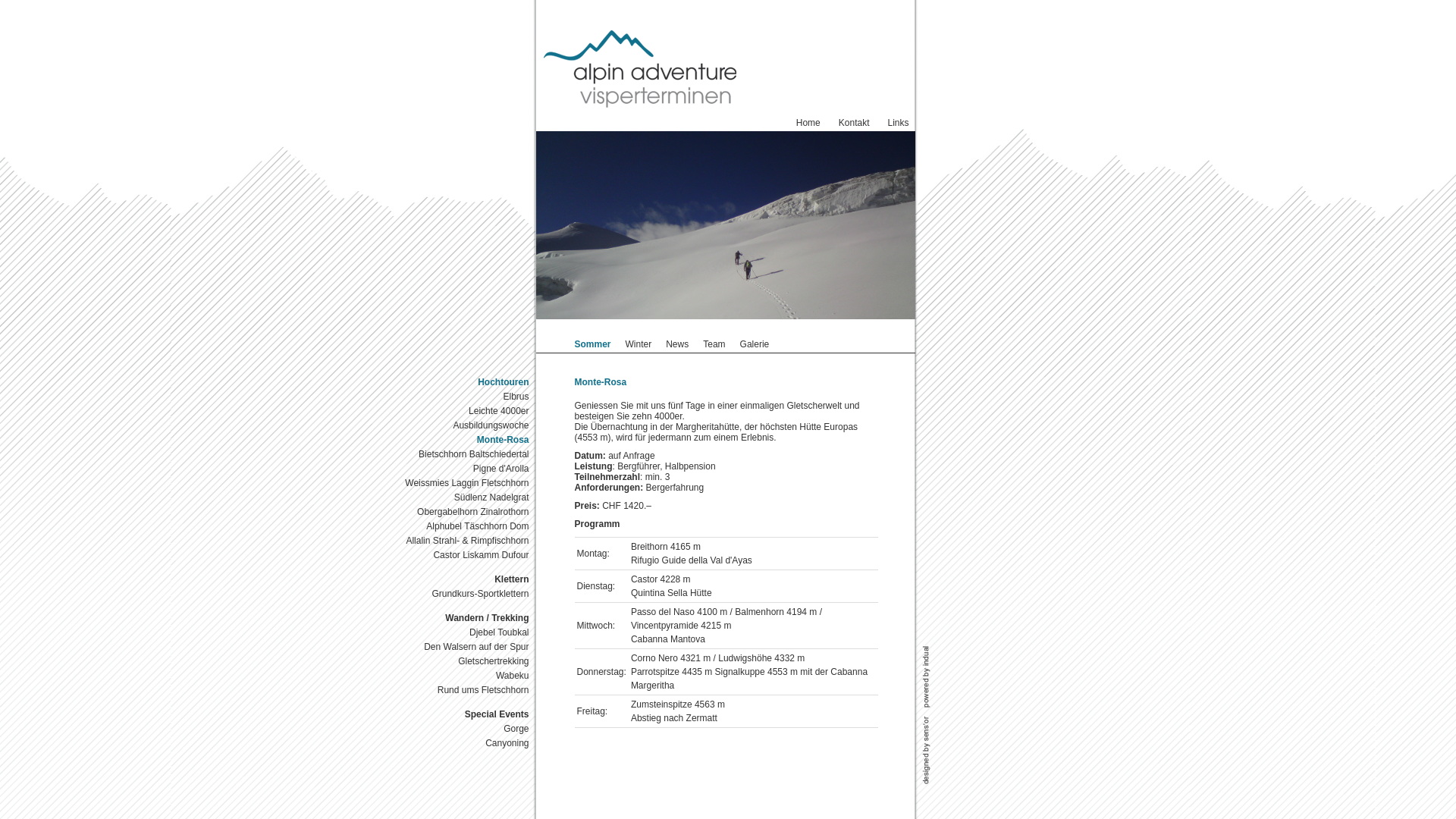 The height and width of the screenshot is (819, 1456). What do you see at coordinates (462, 593) in the screenshot?
I see `'Grundkurs-Sportklettern'` at bounding box center [462, 593].